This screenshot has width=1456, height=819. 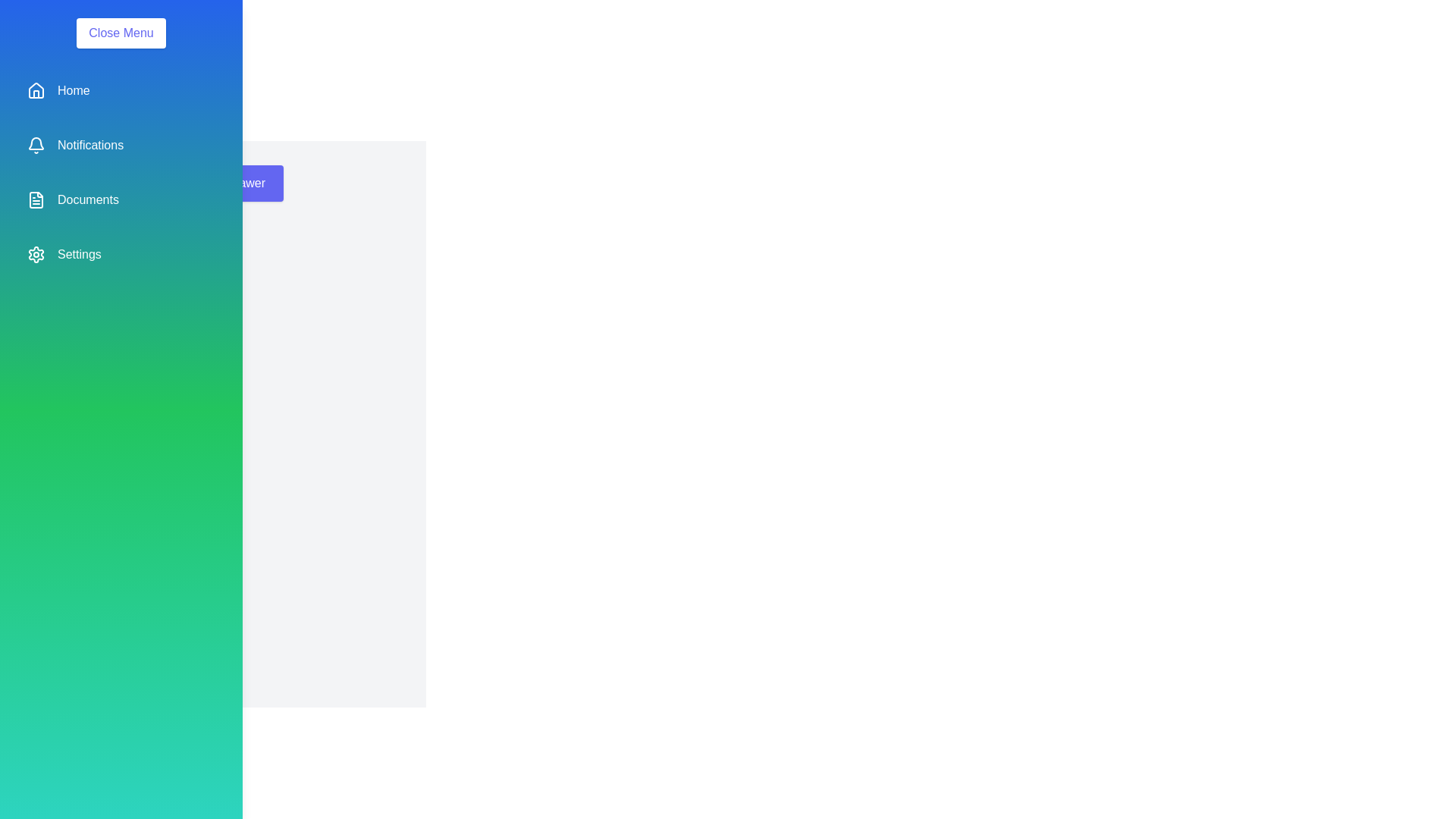 What do you see at coordinates (120, 146) in the screenshot?
I see `the menu item Notifications to observe the hover effect` at bounding box center [120, 146].